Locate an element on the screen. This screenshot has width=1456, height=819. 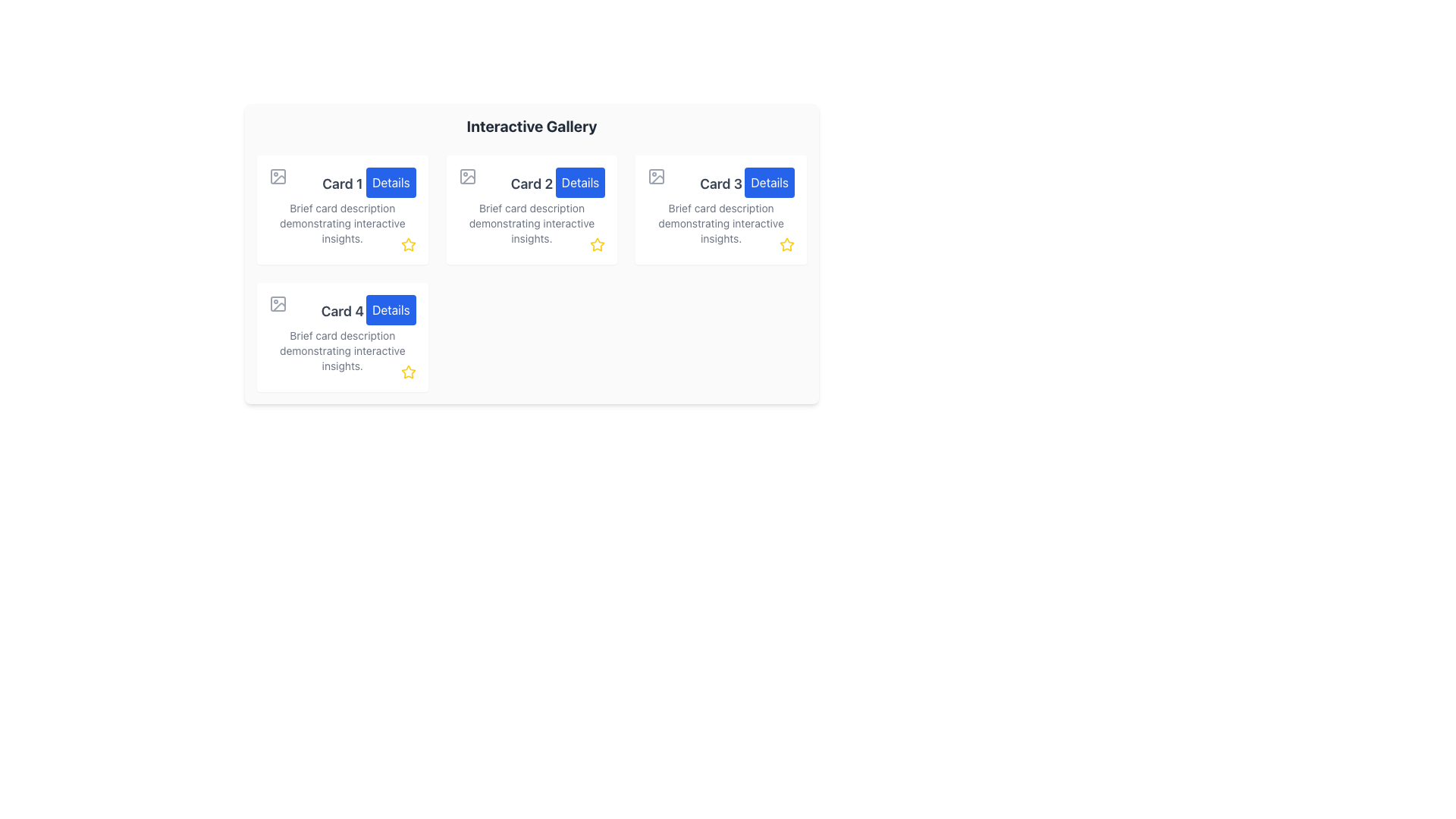
the visual representation of the icon resembling an image placeholder, located in the top-left corner of 'Card 2' in the interactive gallery is located at coordinates (466, 175).